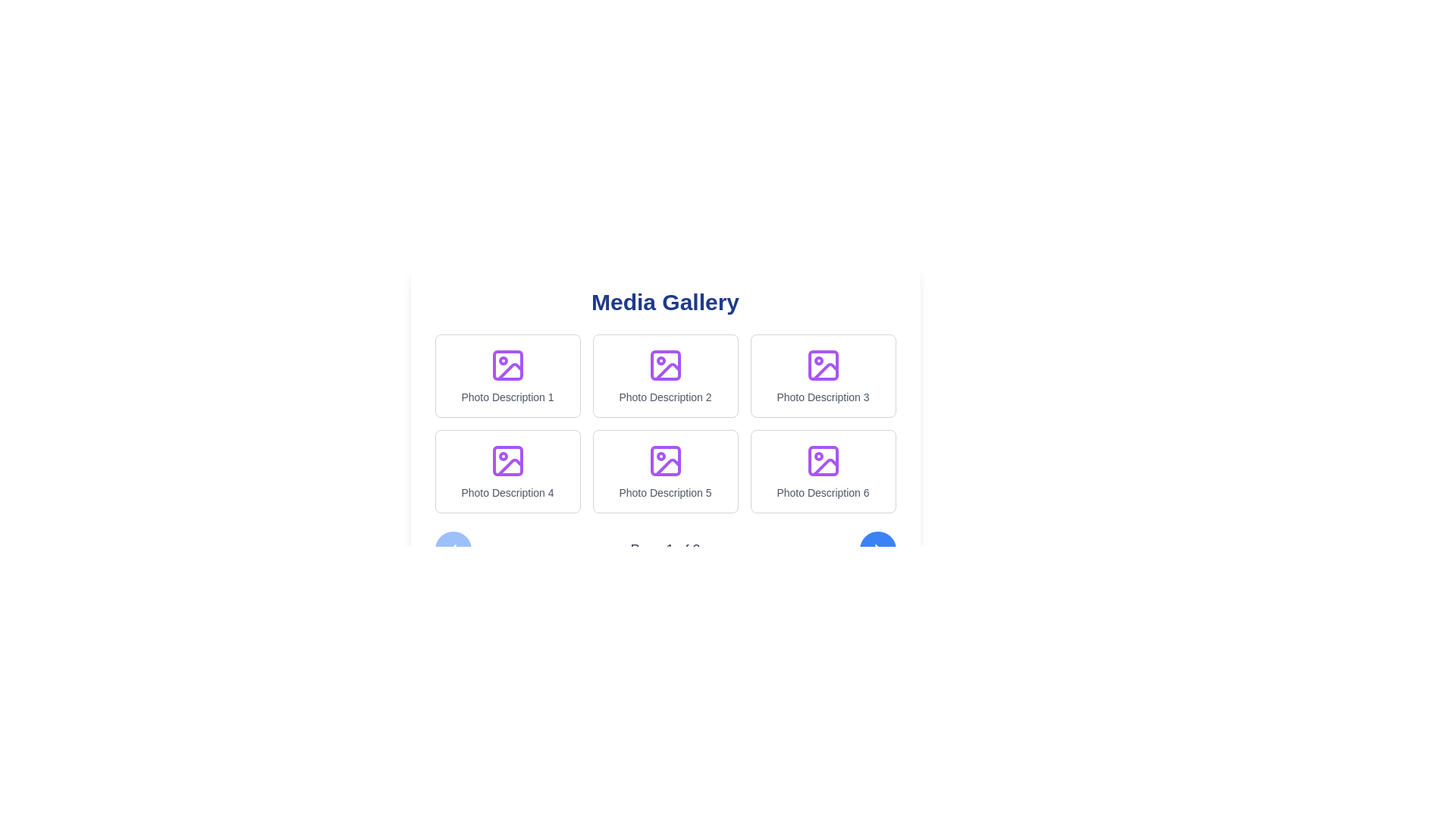 This screenshot has width=1456, height=819. Describe the element at coordinates (507, 366) in the screenshot. I see `the media icon in the first tile of the Media Gallery, which features a purple square outline with rounded corners and a mountain graphic, labeled 'Photo Description 1'` at that location.